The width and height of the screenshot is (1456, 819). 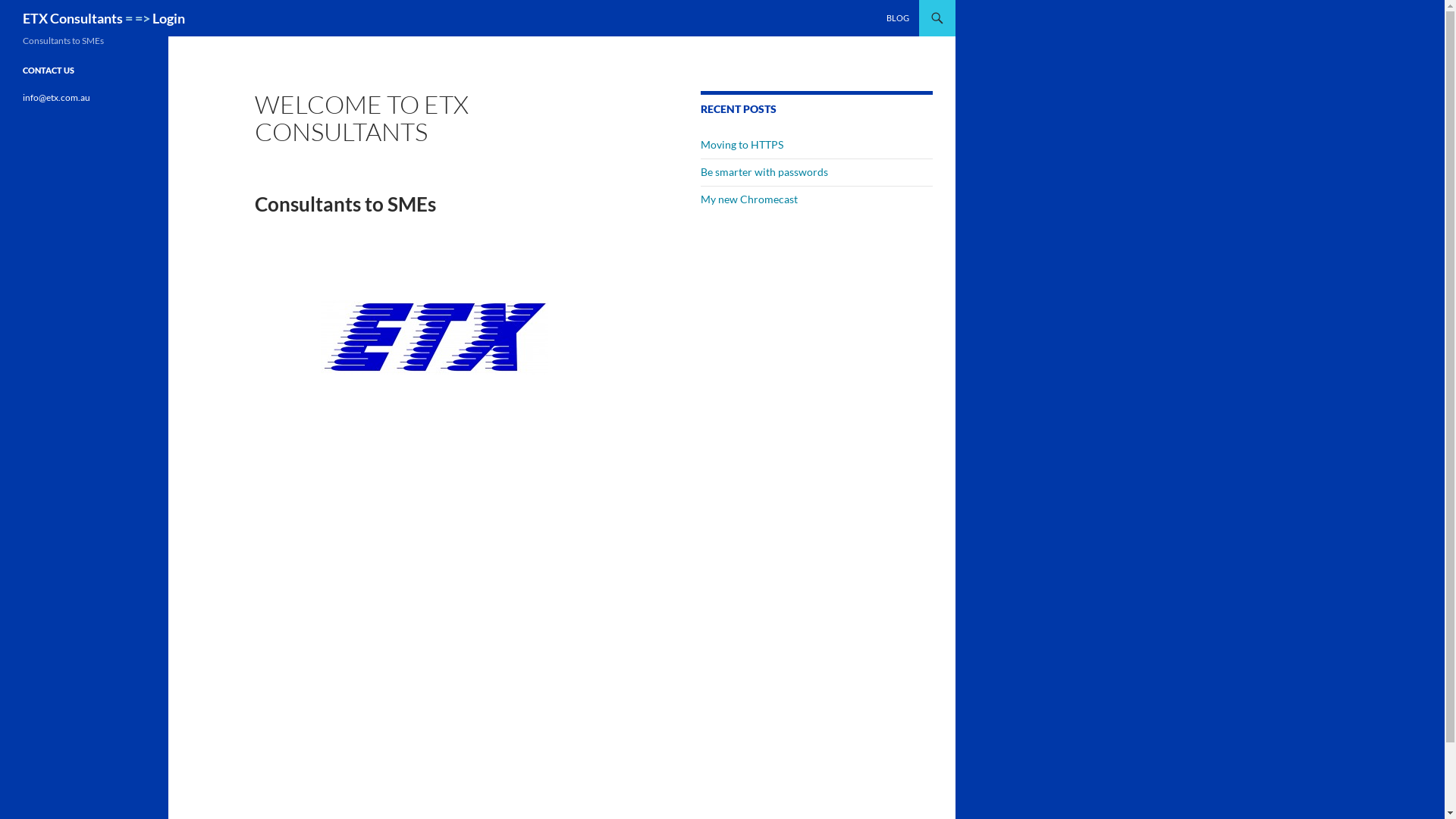 What do you see at coordinates (700, 198) in the screenshot?
I see `'My new Chromecast'` at bounding box center [700, 198].